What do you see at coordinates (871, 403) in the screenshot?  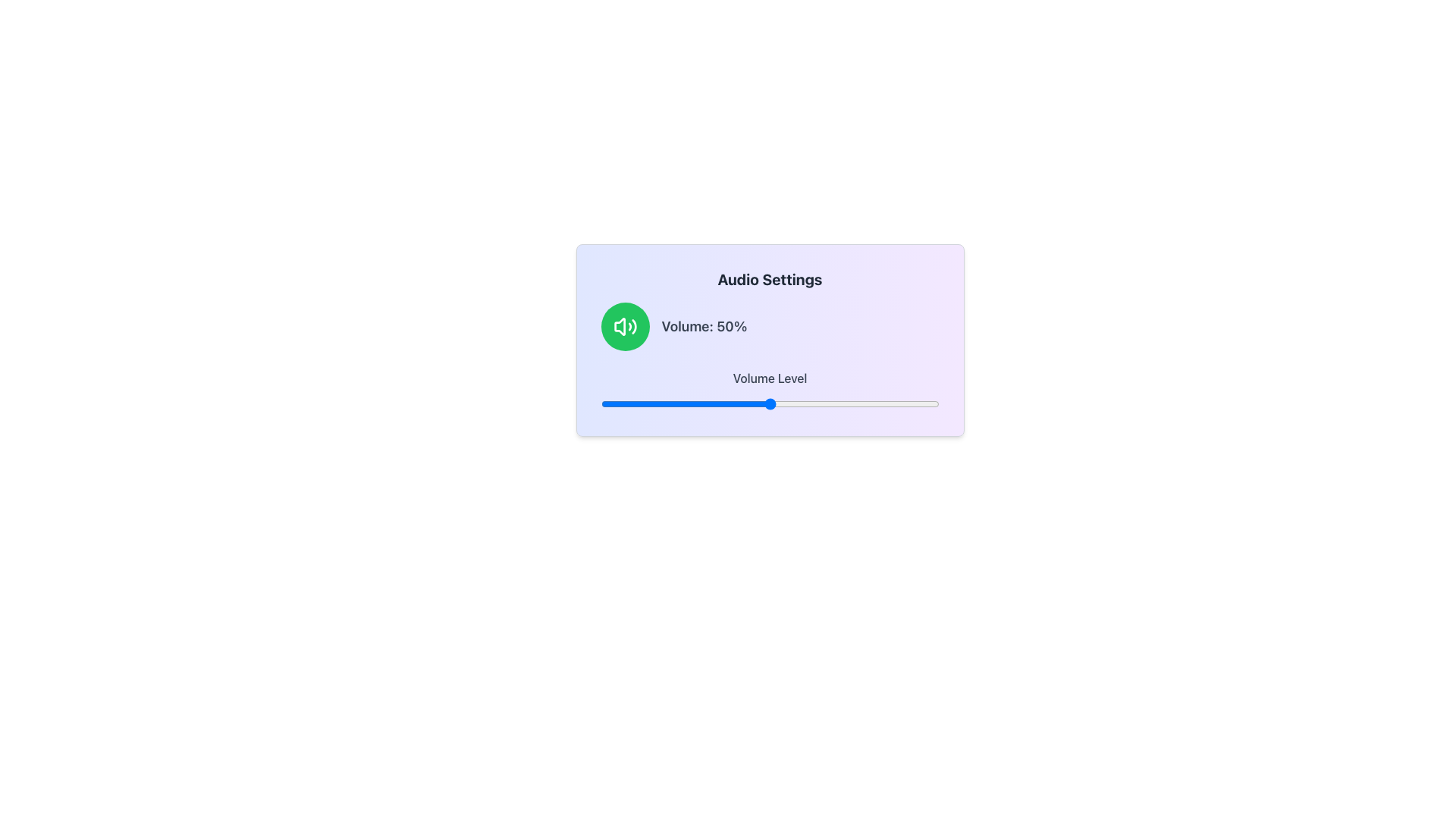 I see `volume level` at bounding box center [871, 403].